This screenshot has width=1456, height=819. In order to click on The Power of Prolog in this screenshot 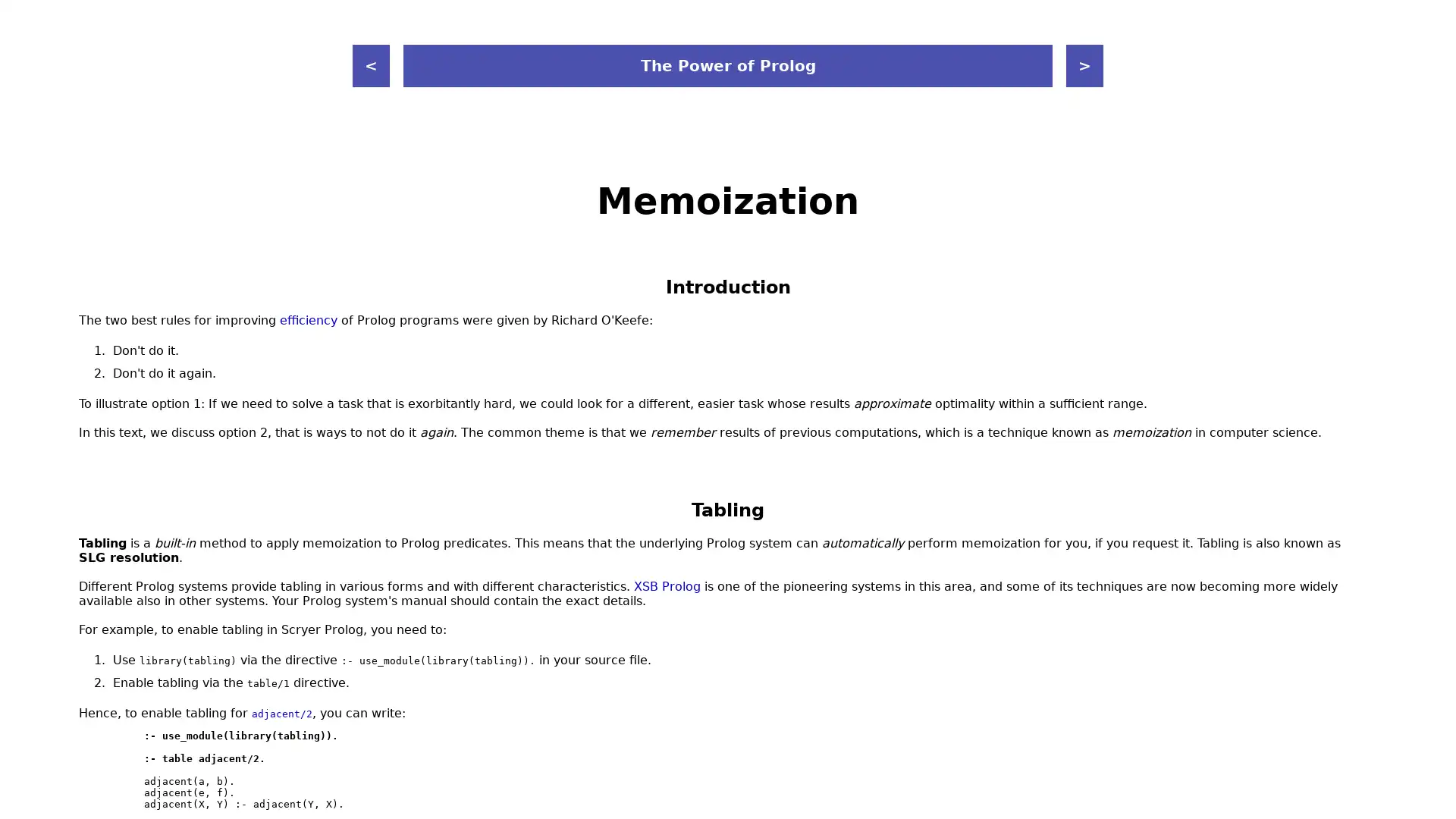, I will do `click(728, 65)`.